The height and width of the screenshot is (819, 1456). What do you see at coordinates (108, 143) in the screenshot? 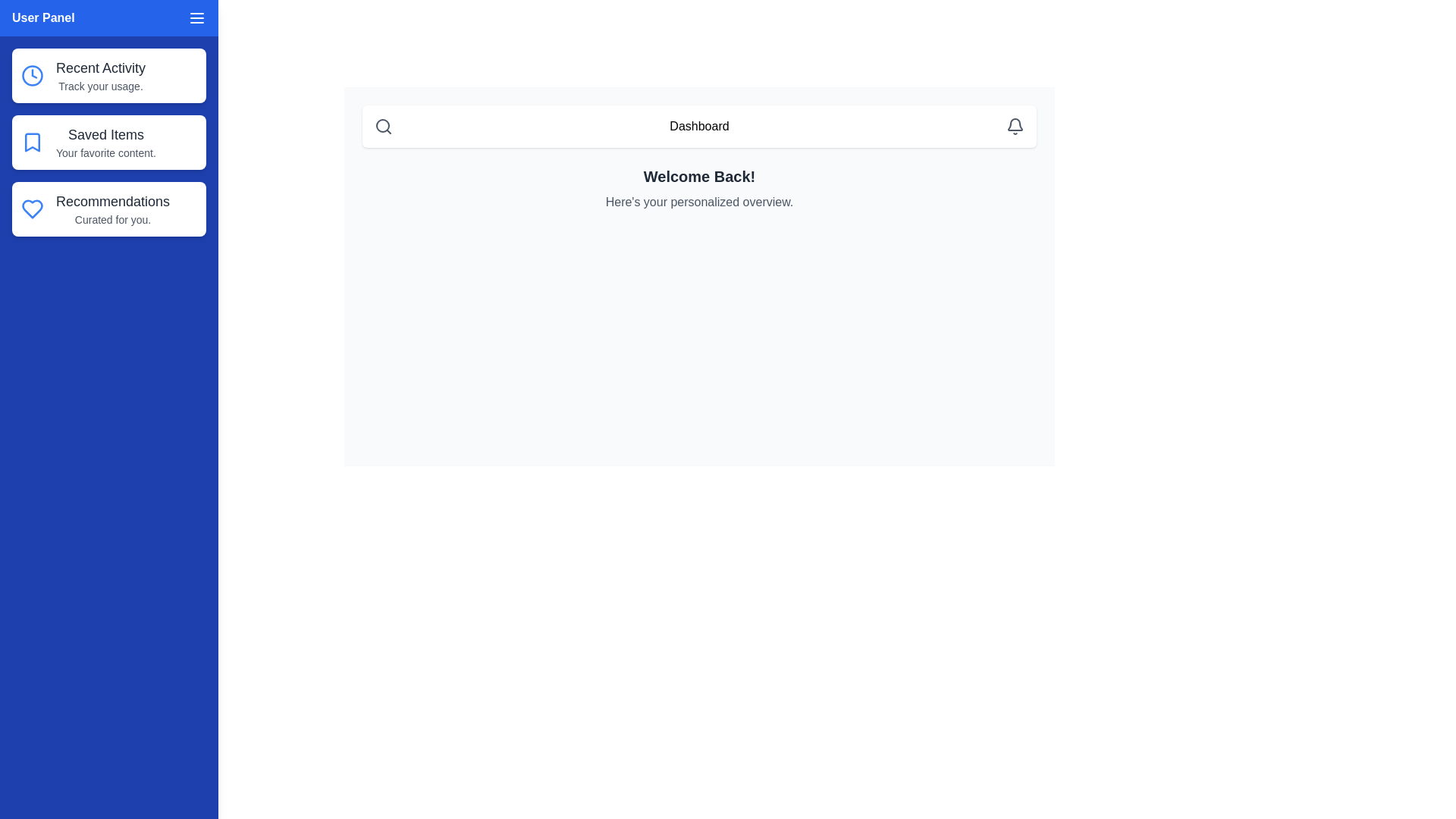
I see `the menu item Saved Items from the InteractiveUserDrawer` at bounding box center [108, 143].